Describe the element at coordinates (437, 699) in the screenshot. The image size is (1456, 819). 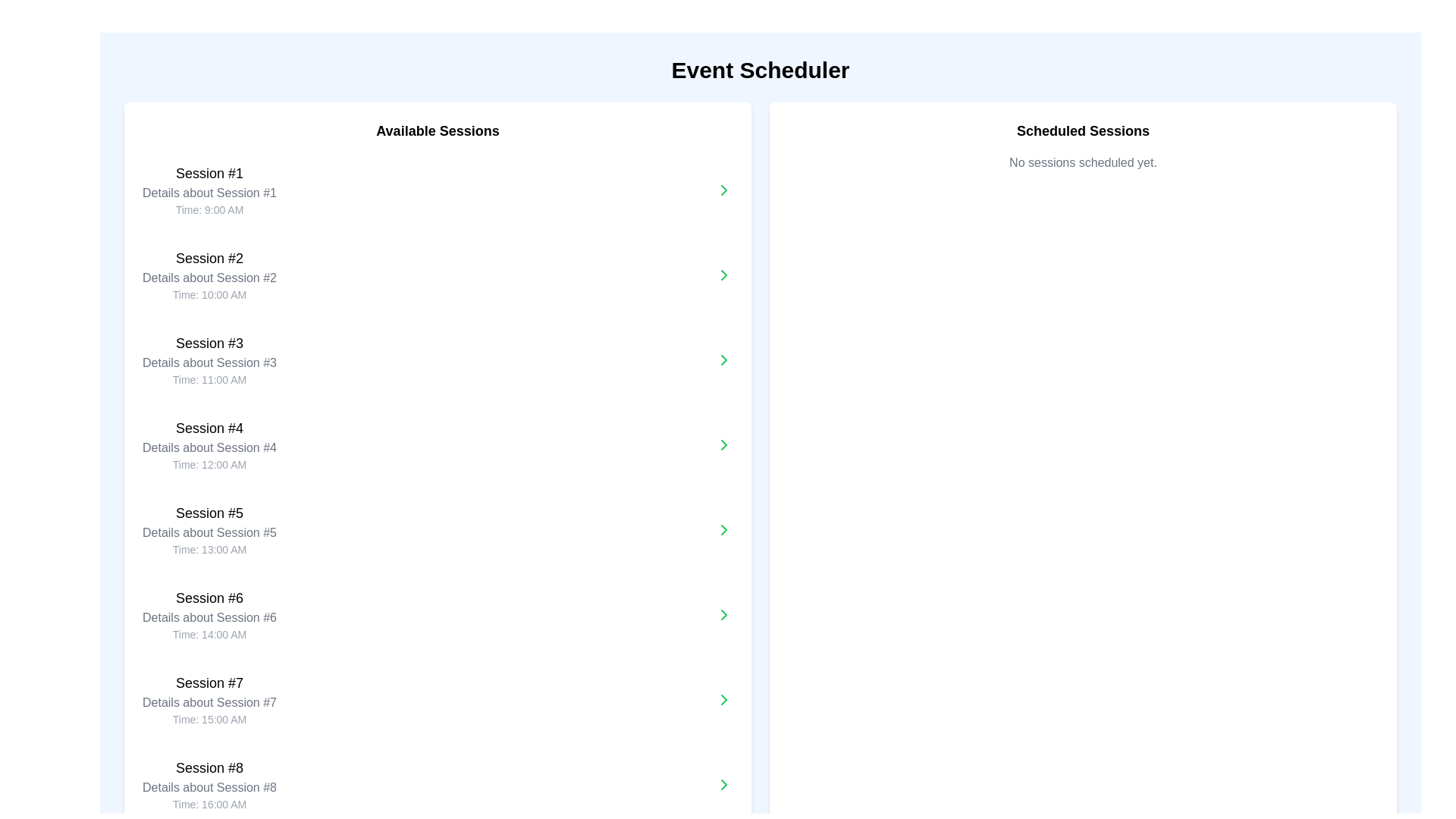
I see `the forward navigation button on the session detail card for 'Session #7' located in the 'Available Sessions' section` at that location.